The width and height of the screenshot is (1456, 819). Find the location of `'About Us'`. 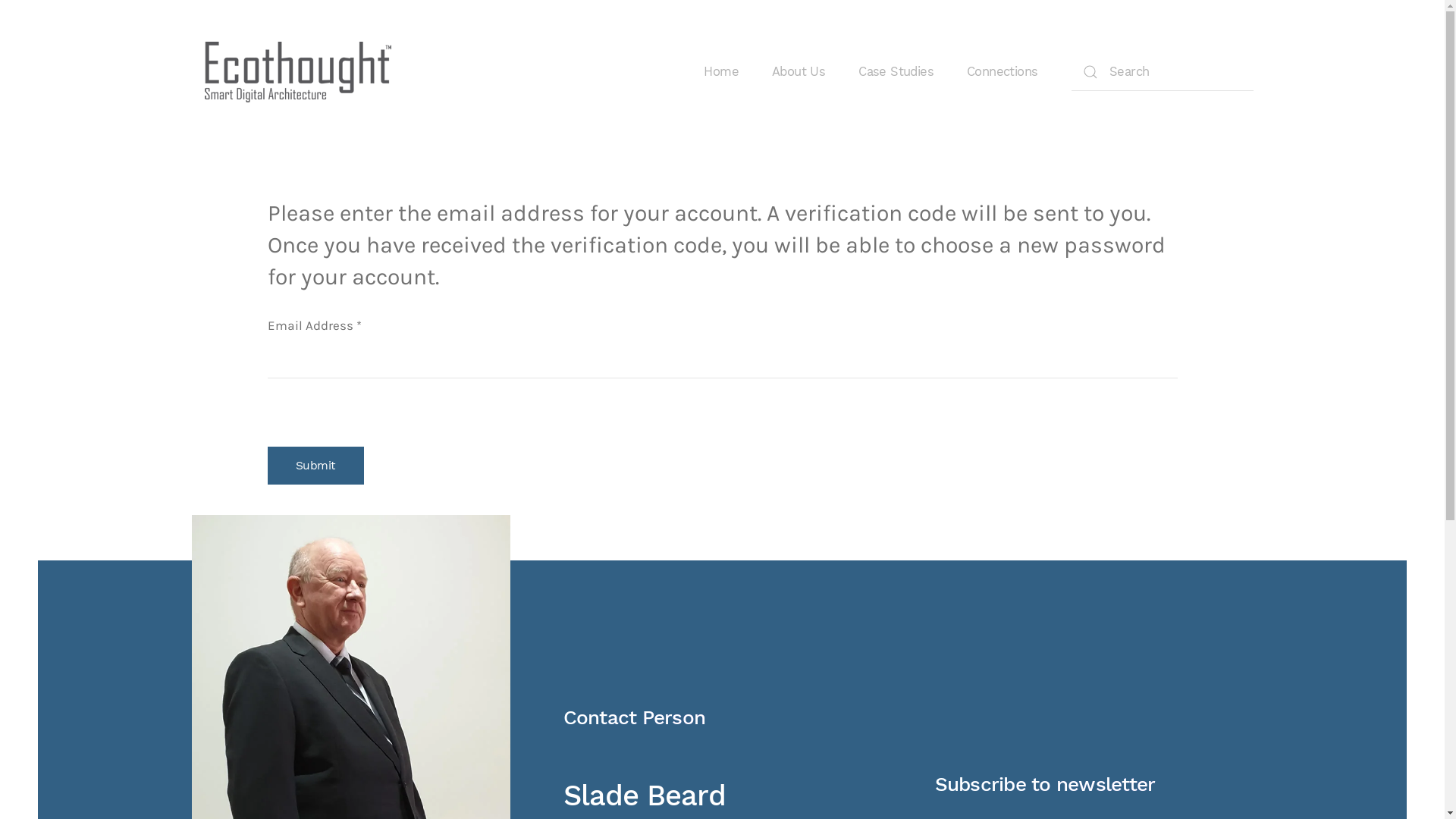

'About Us' is located at coordinates (797, 72).